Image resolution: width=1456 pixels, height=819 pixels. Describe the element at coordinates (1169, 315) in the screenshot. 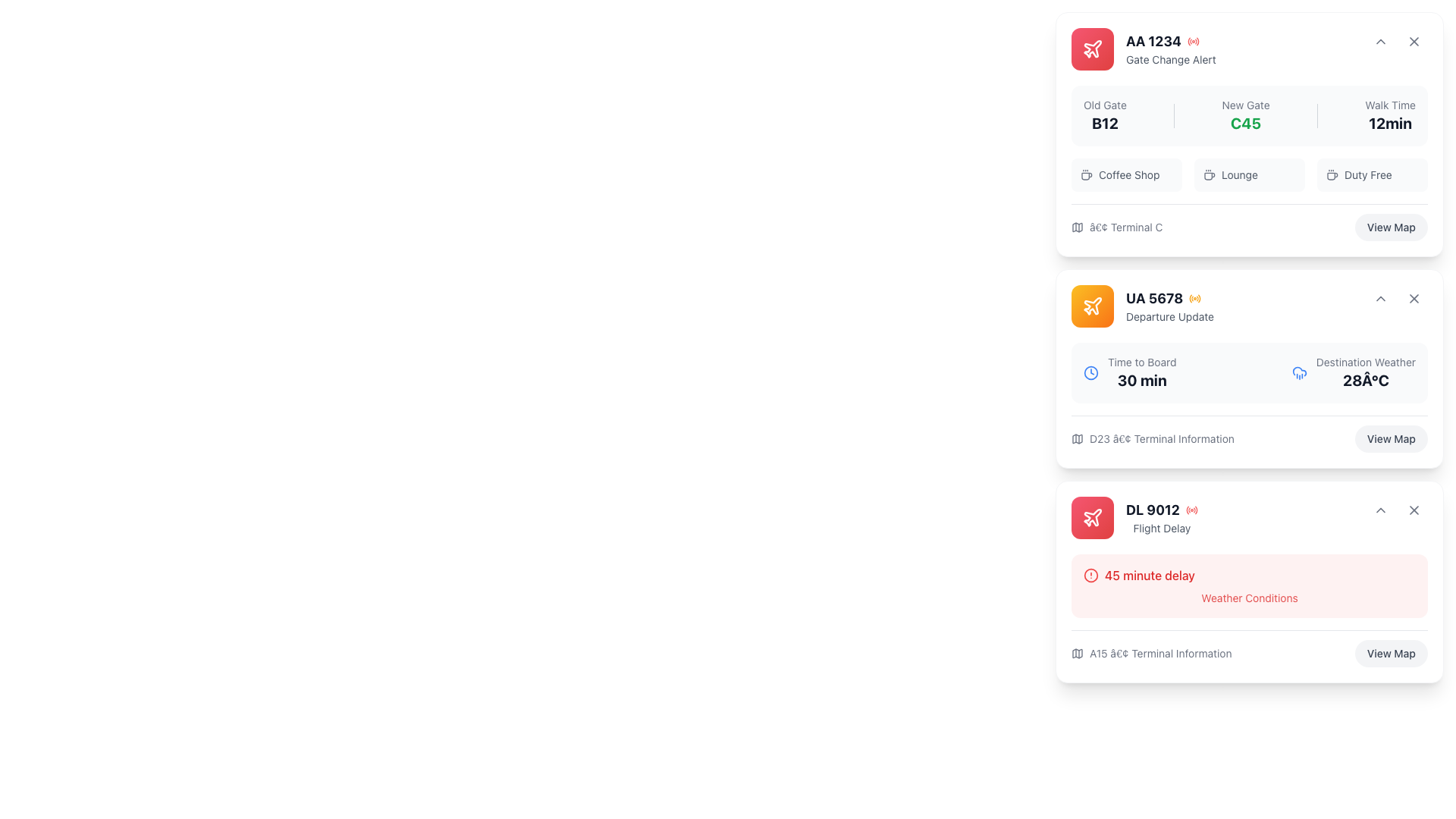

I see `the subtitle text label providing additional context about the 'UA 5678' flight, located directly below the 'UA 5678' label and icon within the card interface` at that location.